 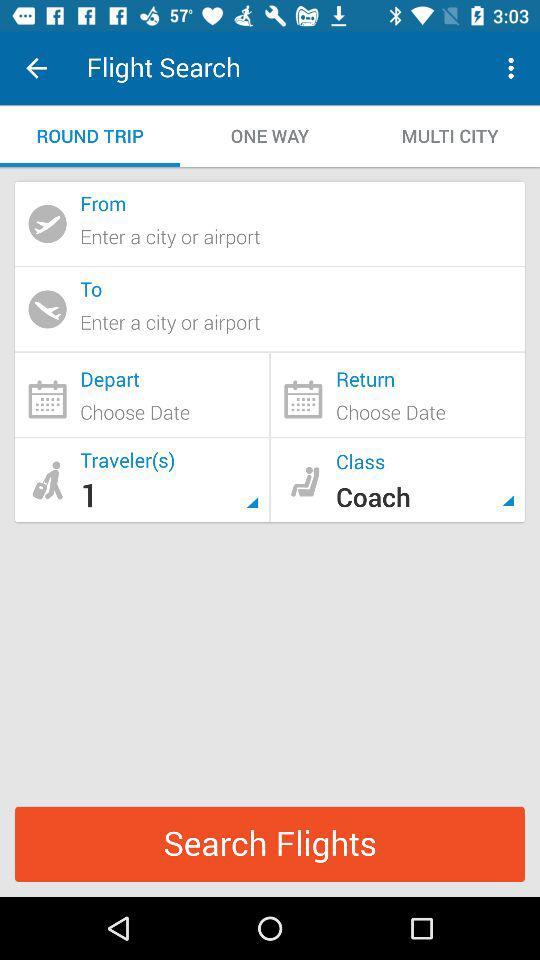 What do you see at coordinates (89, 135) in the screenshot?
I see `icon next to the one way icon` at bounding box center [89, 135].